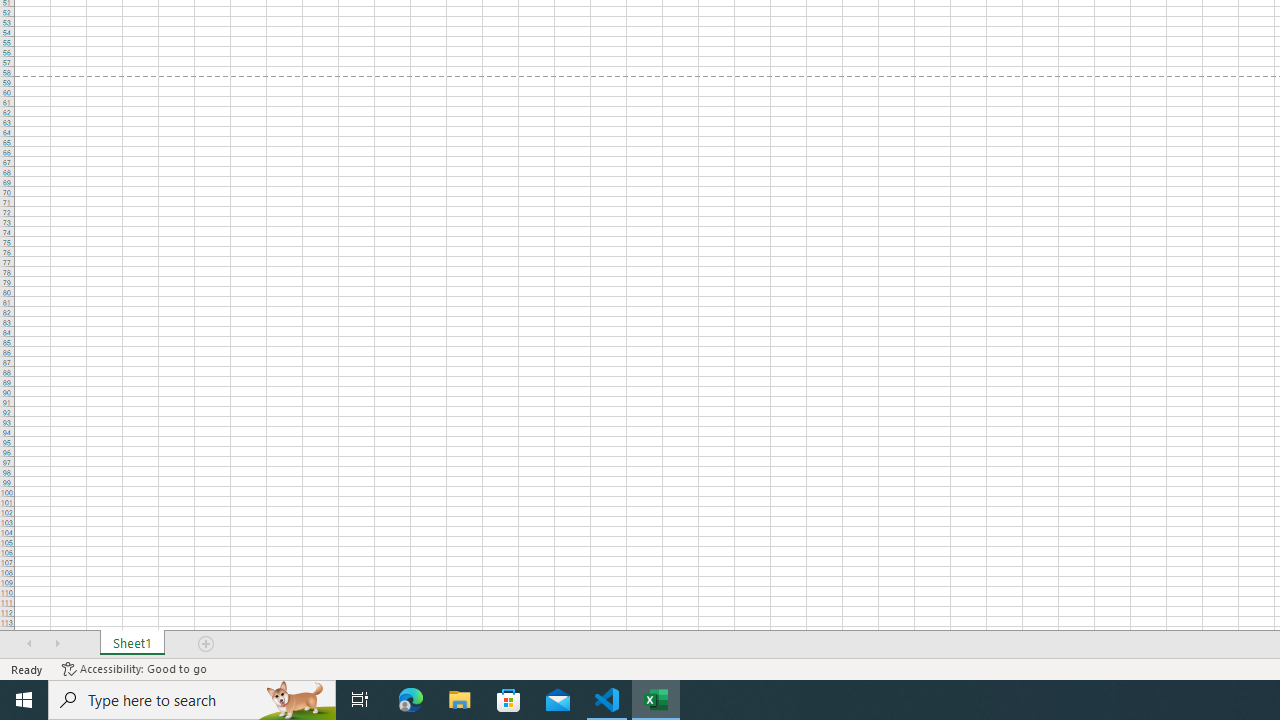 This screenshot has height=720, width=1280. I want to click on 'Sheet1', so click(131, 644).